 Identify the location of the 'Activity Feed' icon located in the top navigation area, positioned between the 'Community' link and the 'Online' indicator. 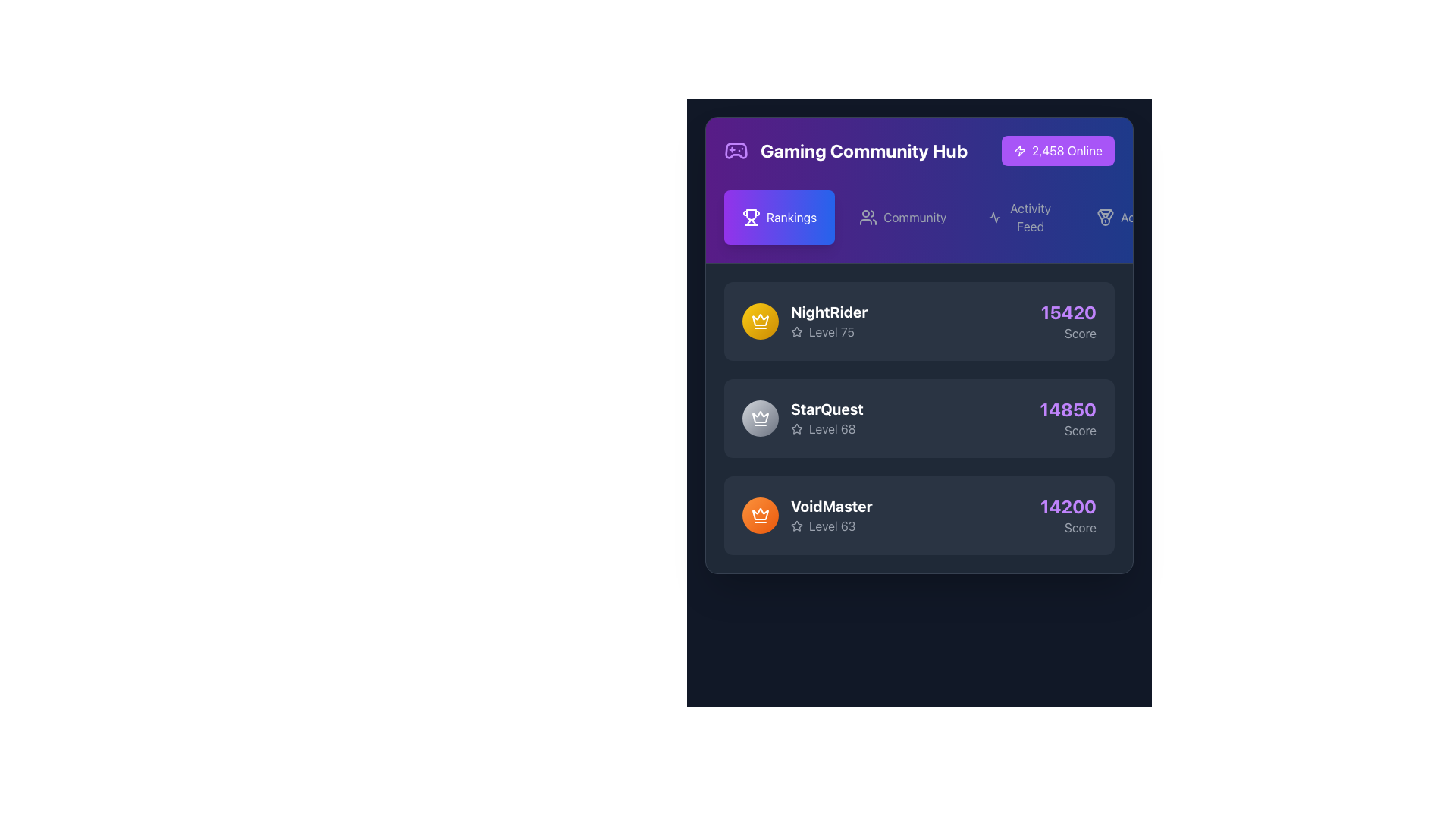
(995, 217).